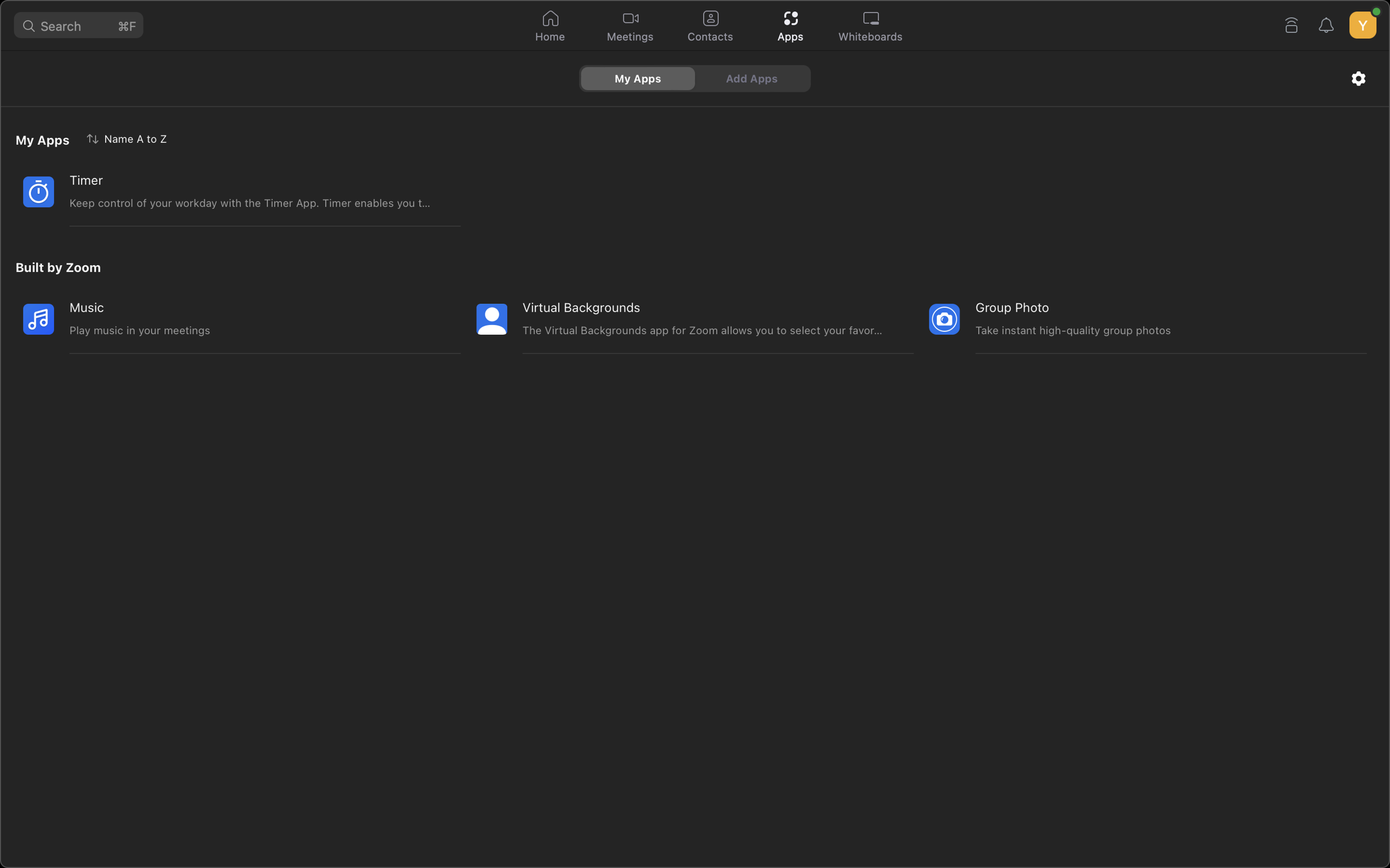 This screenshot has width=1390, height=868. What do you see at coordinates (709, 26) in the screenshot?
I see `the contact details for "Indiana Jones" in the phonebook app` at bounding box center [709, 26].